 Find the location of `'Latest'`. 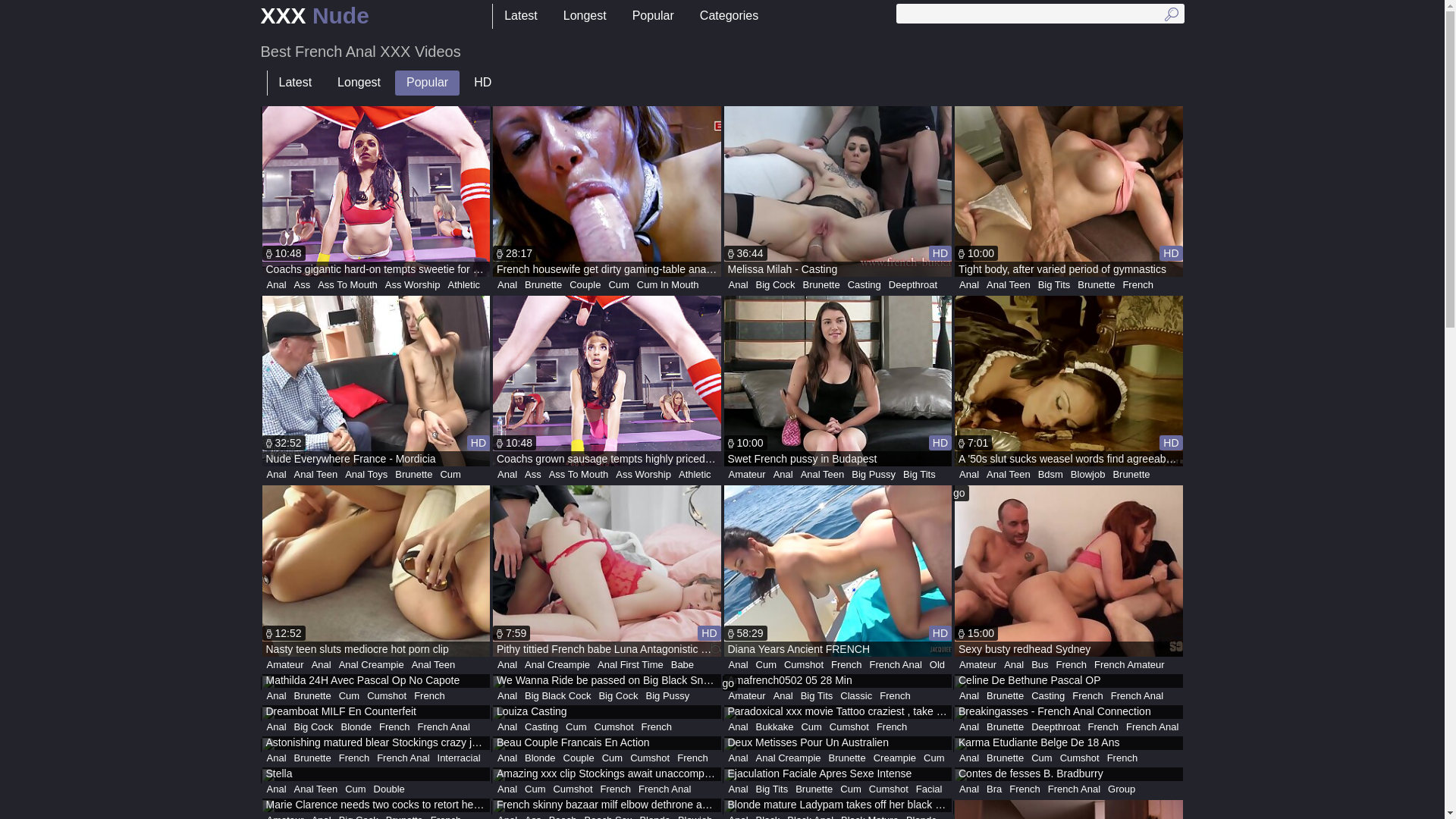

'Latest' is located at coordinates (294, 83).